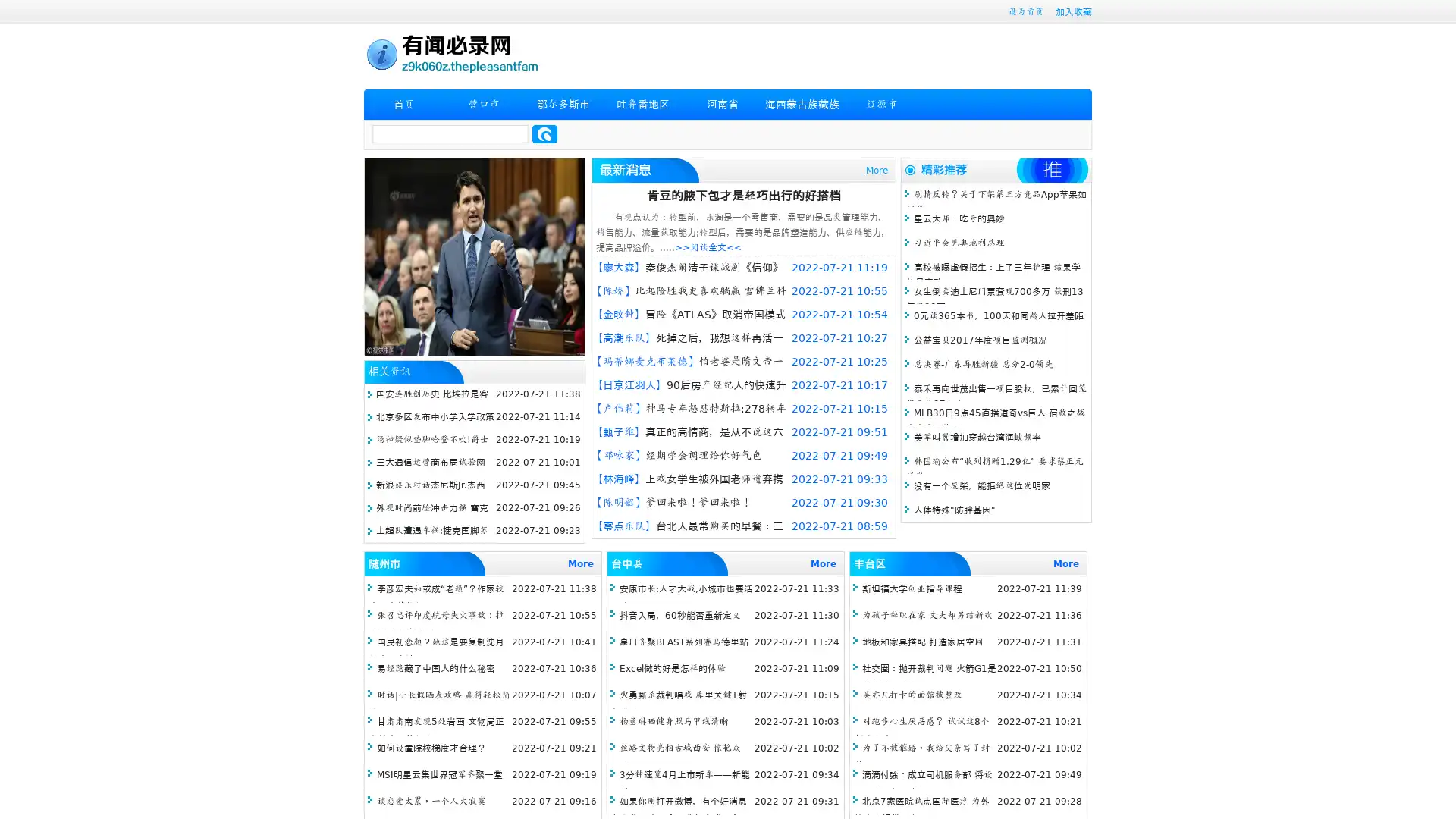 This screenshot has height=819, width=1456. Describe the element at coordinates (544, 133) in the screenshot. I see `Search` at that location.